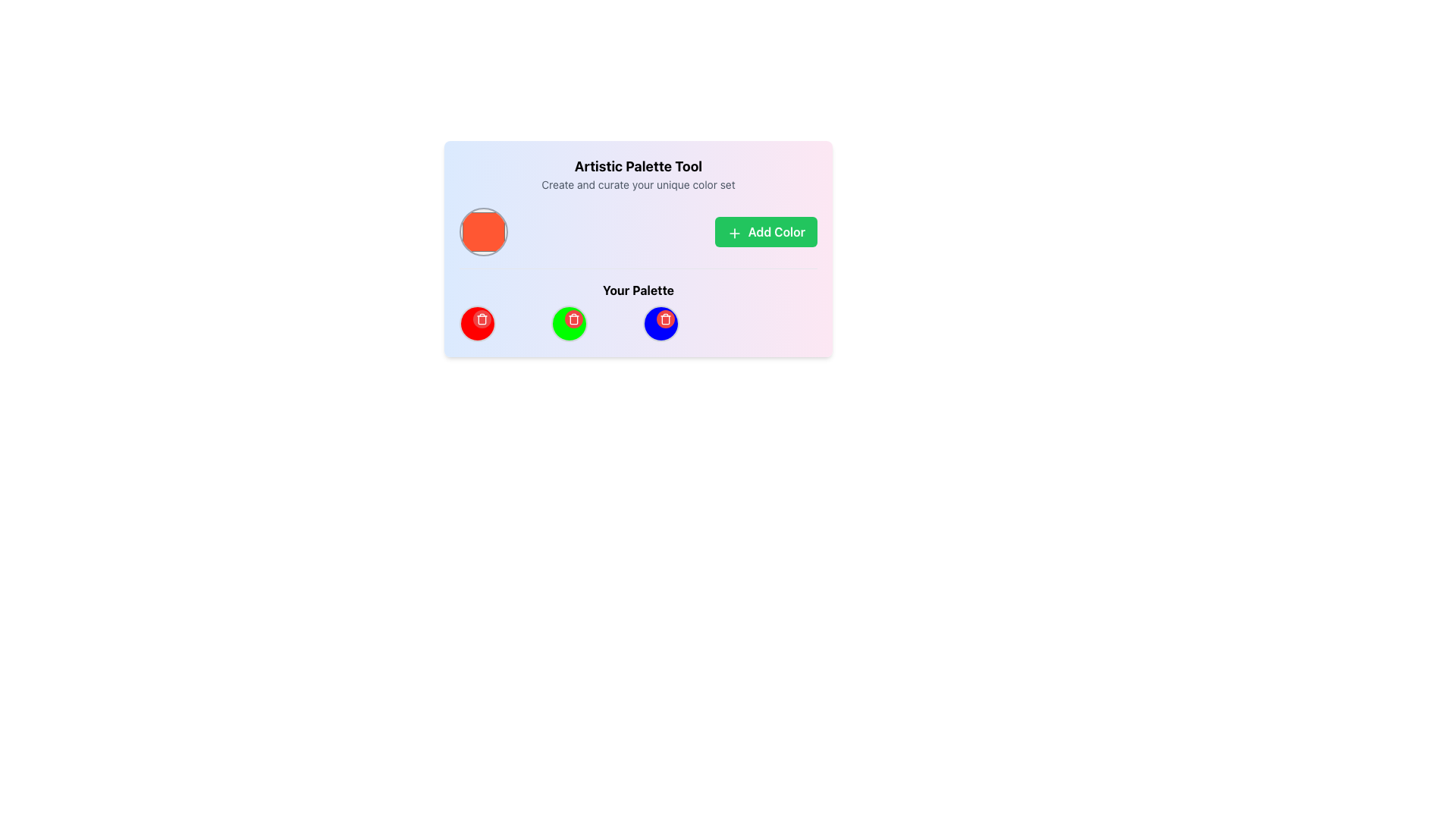 The height and width of the screenshot is (819, 1456). What do you see at coordinates (734, 233) in the screenshot?
I see `the '+' icon within the 'Add Color' green rectangular button located at the top right corner of the palette tool interface` at bounding box center [734, 233].